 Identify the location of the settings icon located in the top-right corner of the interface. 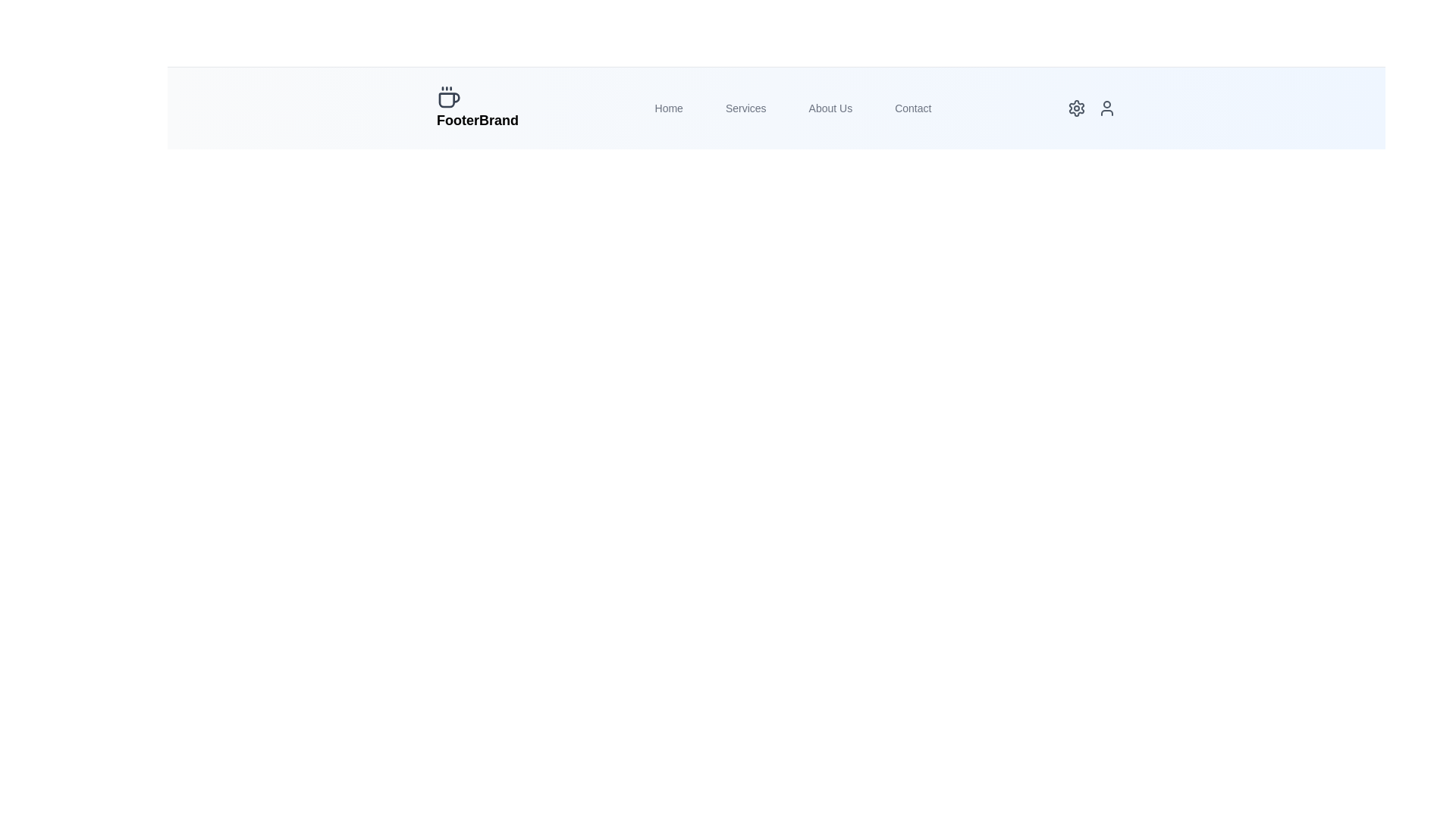
(1076, 107).